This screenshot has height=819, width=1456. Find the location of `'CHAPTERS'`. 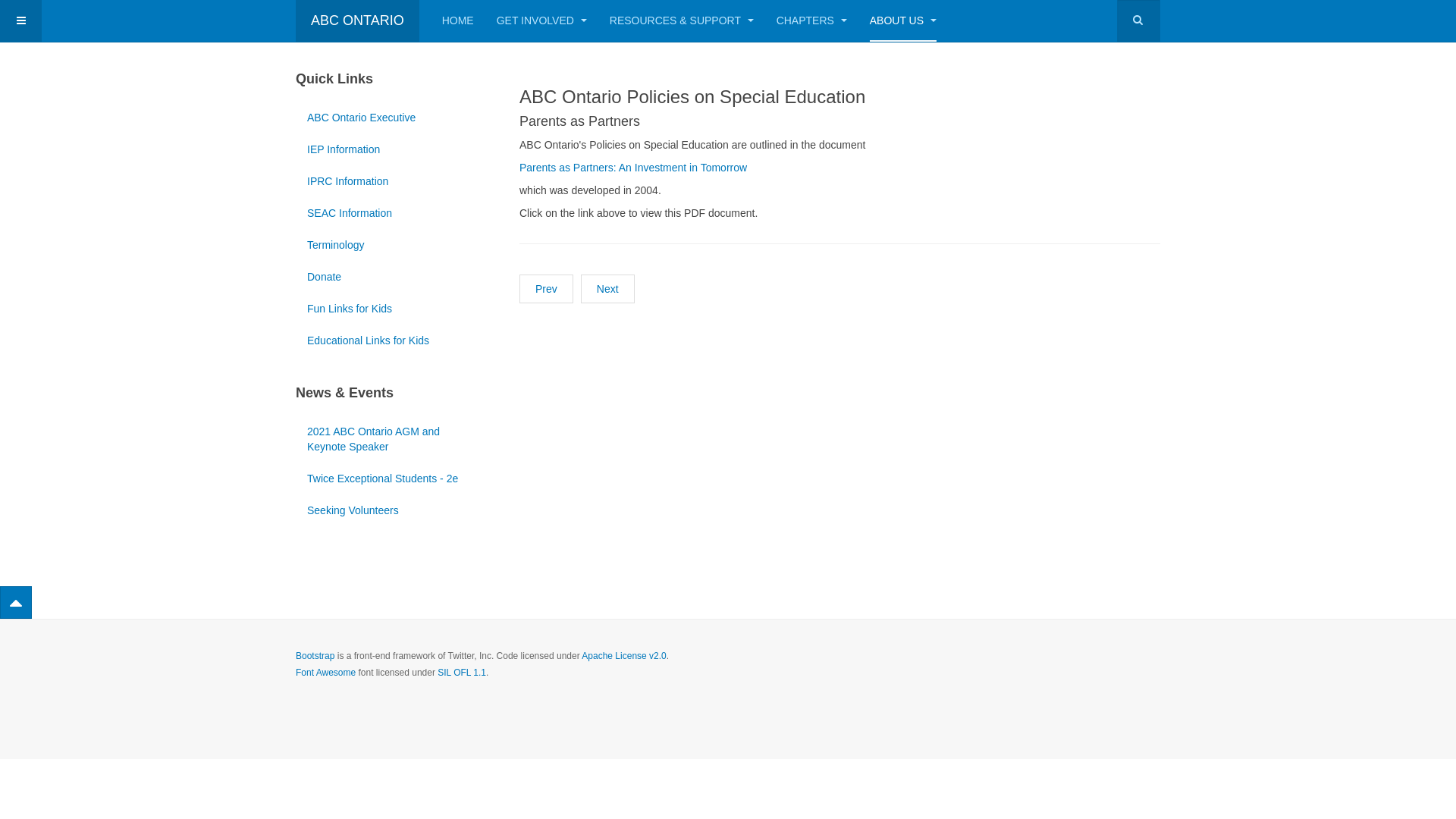

'CHAPTERS' is located at coordinates (811, 20).